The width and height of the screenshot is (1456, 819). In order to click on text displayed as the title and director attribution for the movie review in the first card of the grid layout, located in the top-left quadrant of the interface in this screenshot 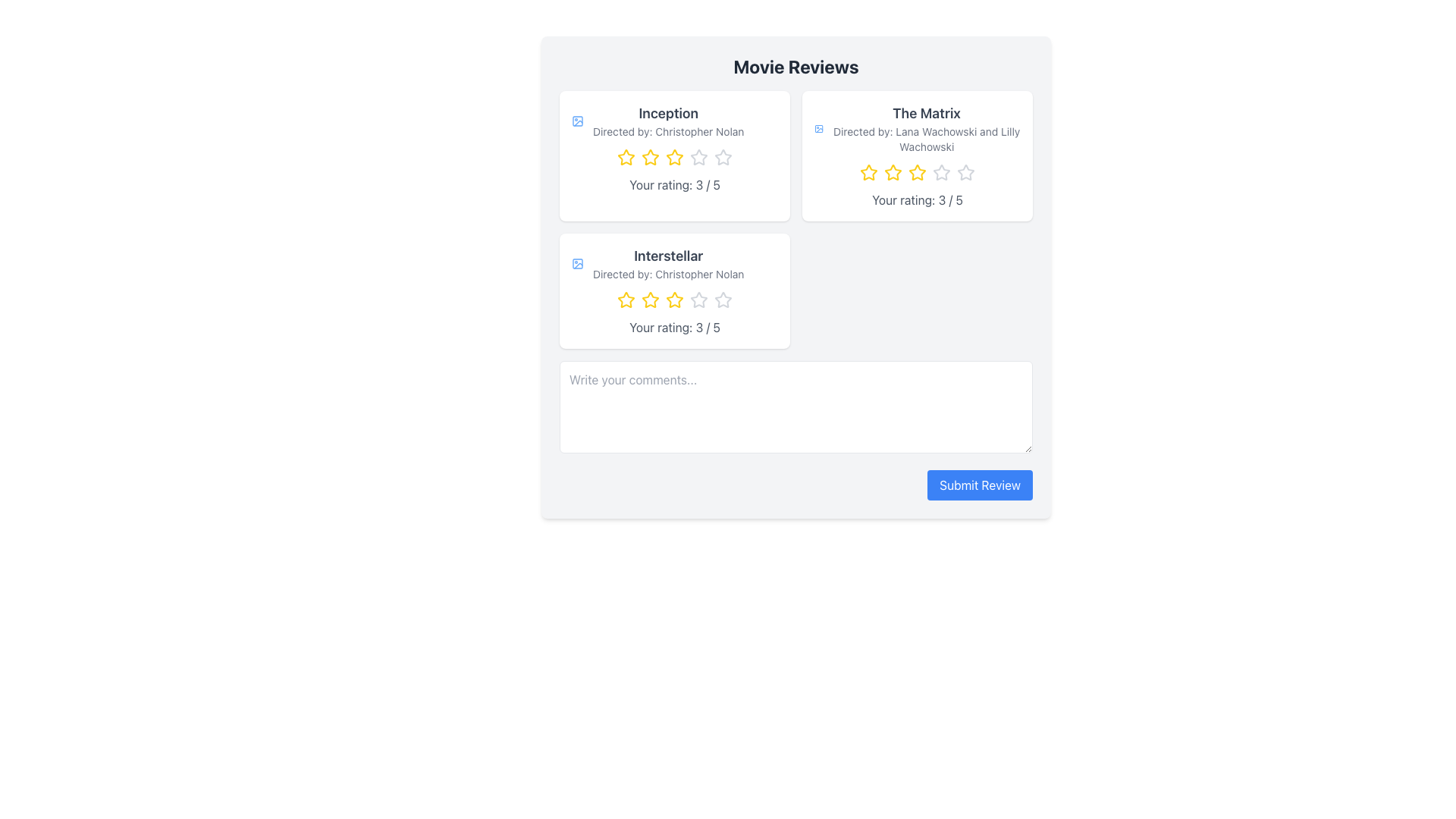, I will do `click(667, 120)`.